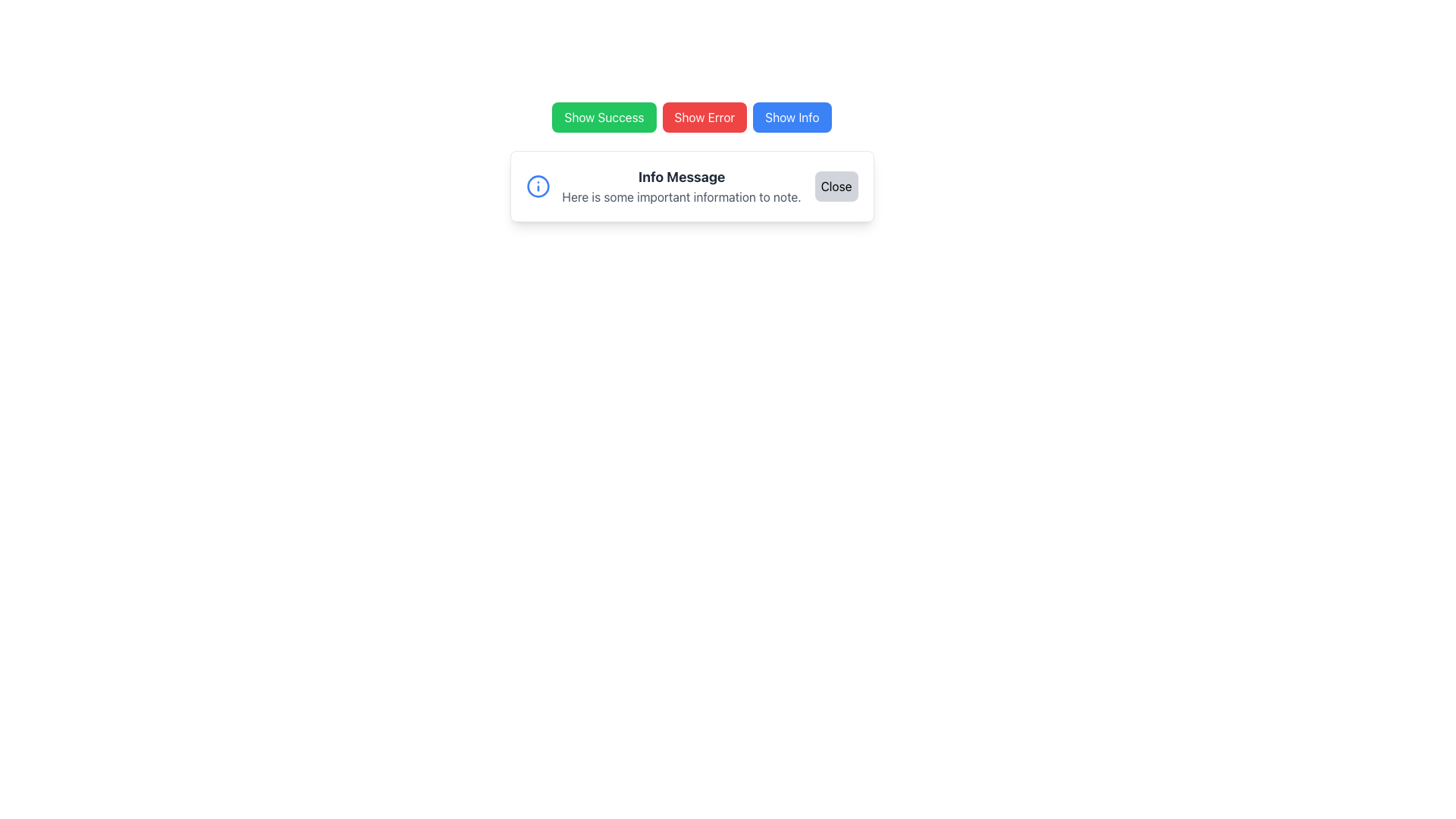  What do you see at coordinates (538, 186) in the screenshot?
I see `the circular element that is part of the informational icon located on the left side of the 'Info Message' box` at bounding box center [538, 186].